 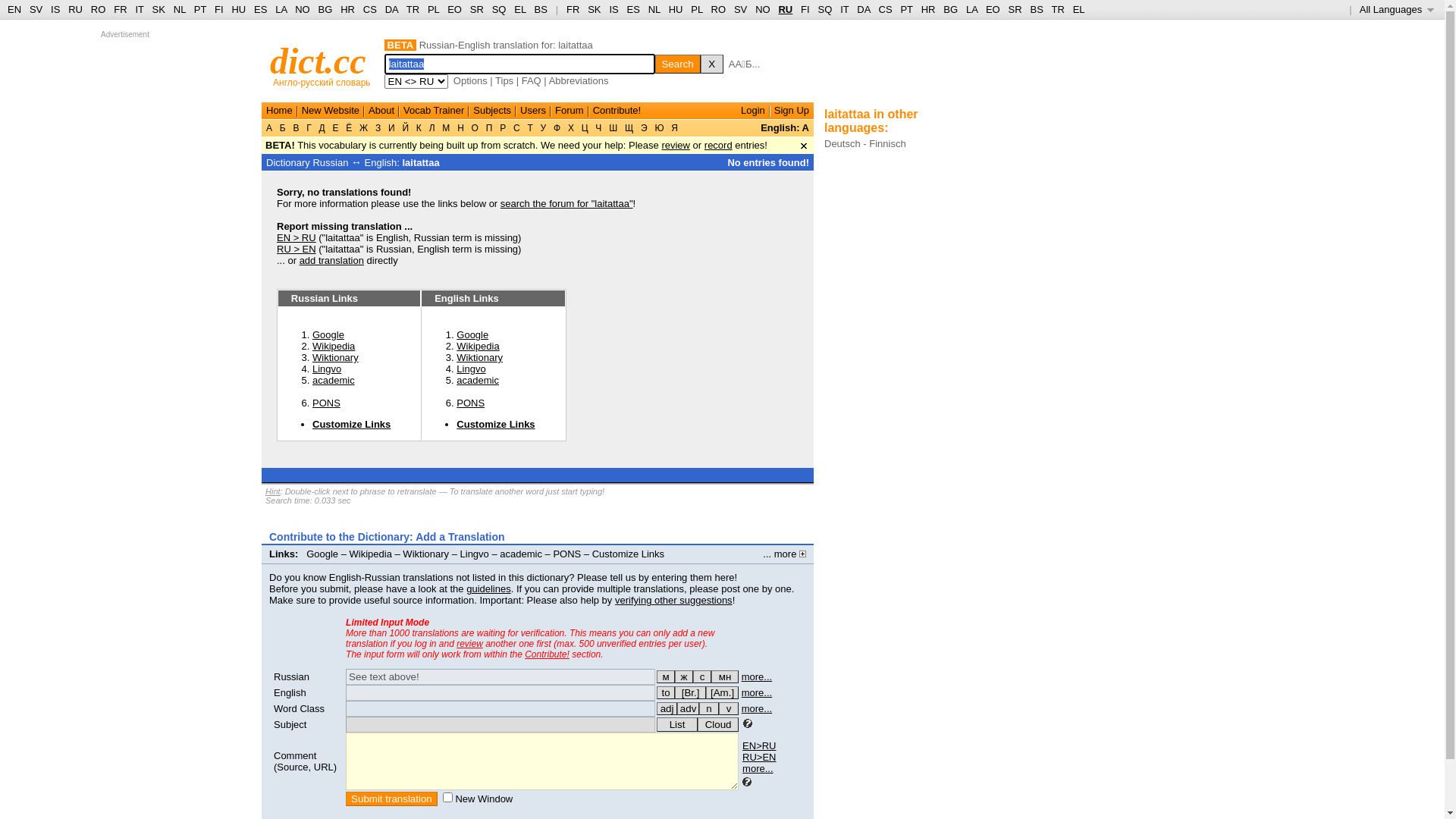 What do you see at coordinates (718, 9) in the screenshot?
I see `'RO'` at bounding box center [718, 9].